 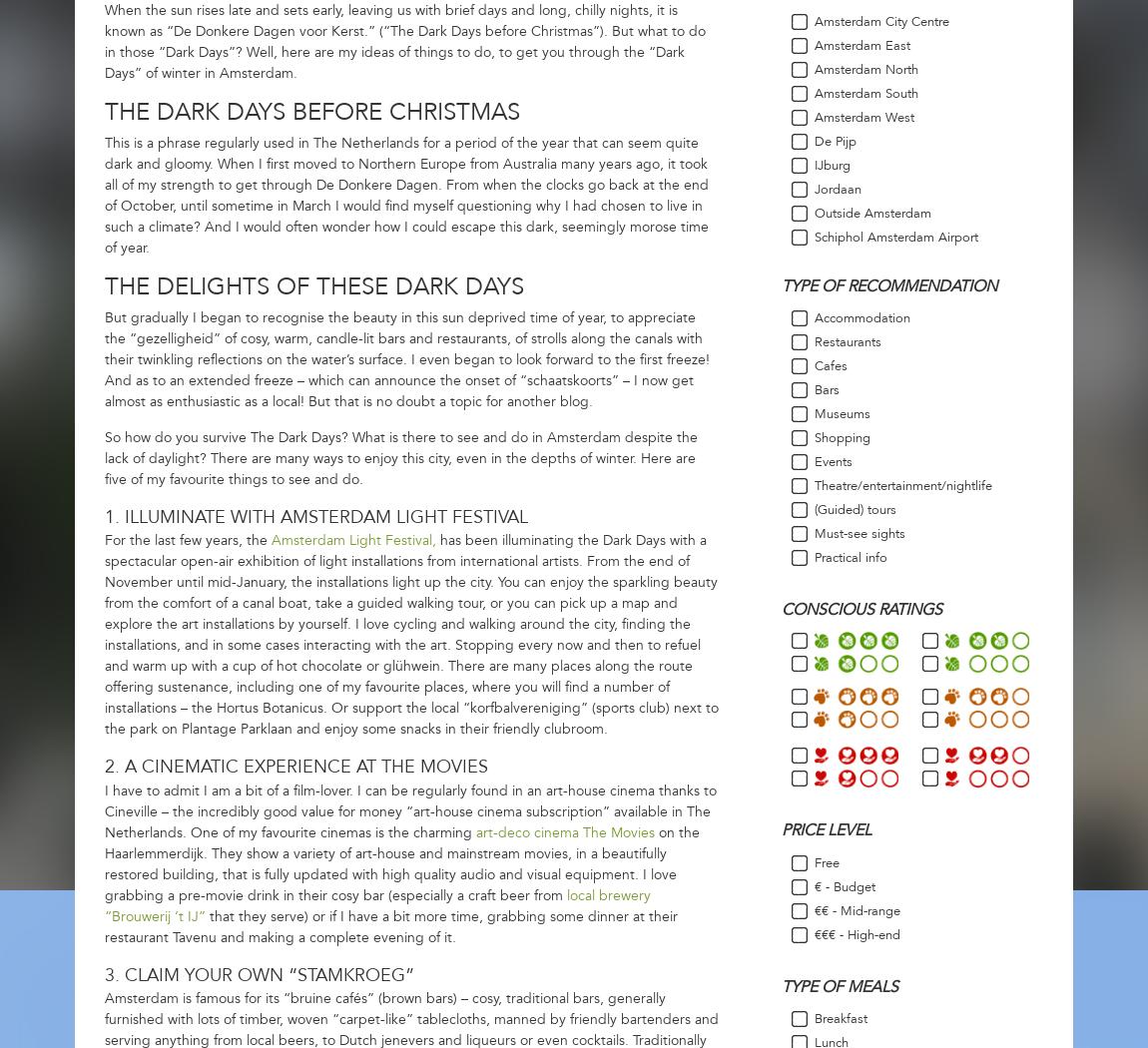 What do you see at coordinates (410, 809) in the screenshot?
I see `'I have to admit I am a bit of a film-lover. I can be regularly found in an art-house cinema thanks to Cineville – the incredibly good value for money “art-house cinema subscription” available in The Netherlands. One of my favourite cinemas is the charming'` at bounding box center [410, 809].